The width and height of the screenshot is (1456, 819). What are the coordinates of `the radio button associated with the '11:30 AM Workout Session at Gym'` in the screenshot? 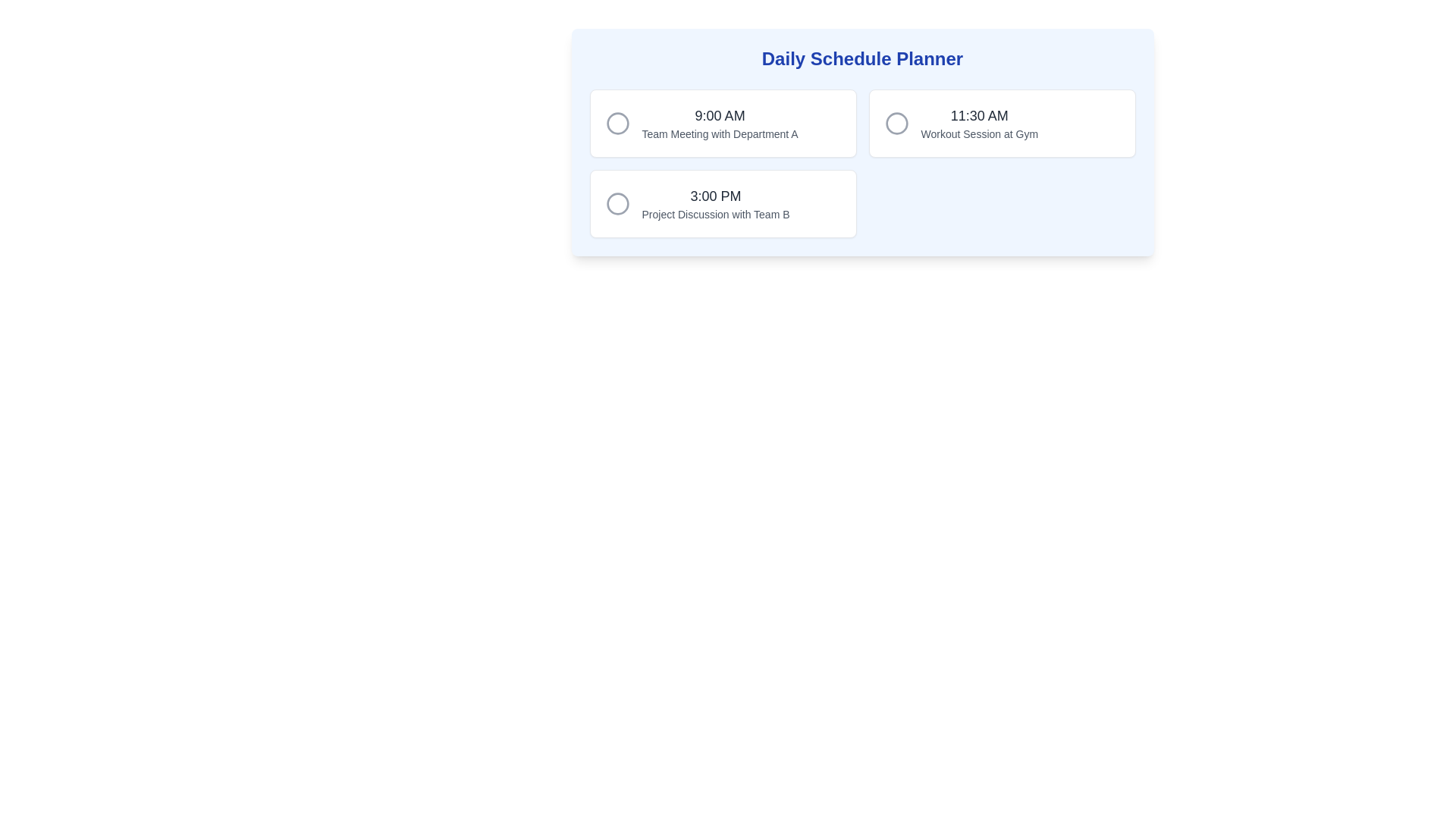 It's located at (896, 122).